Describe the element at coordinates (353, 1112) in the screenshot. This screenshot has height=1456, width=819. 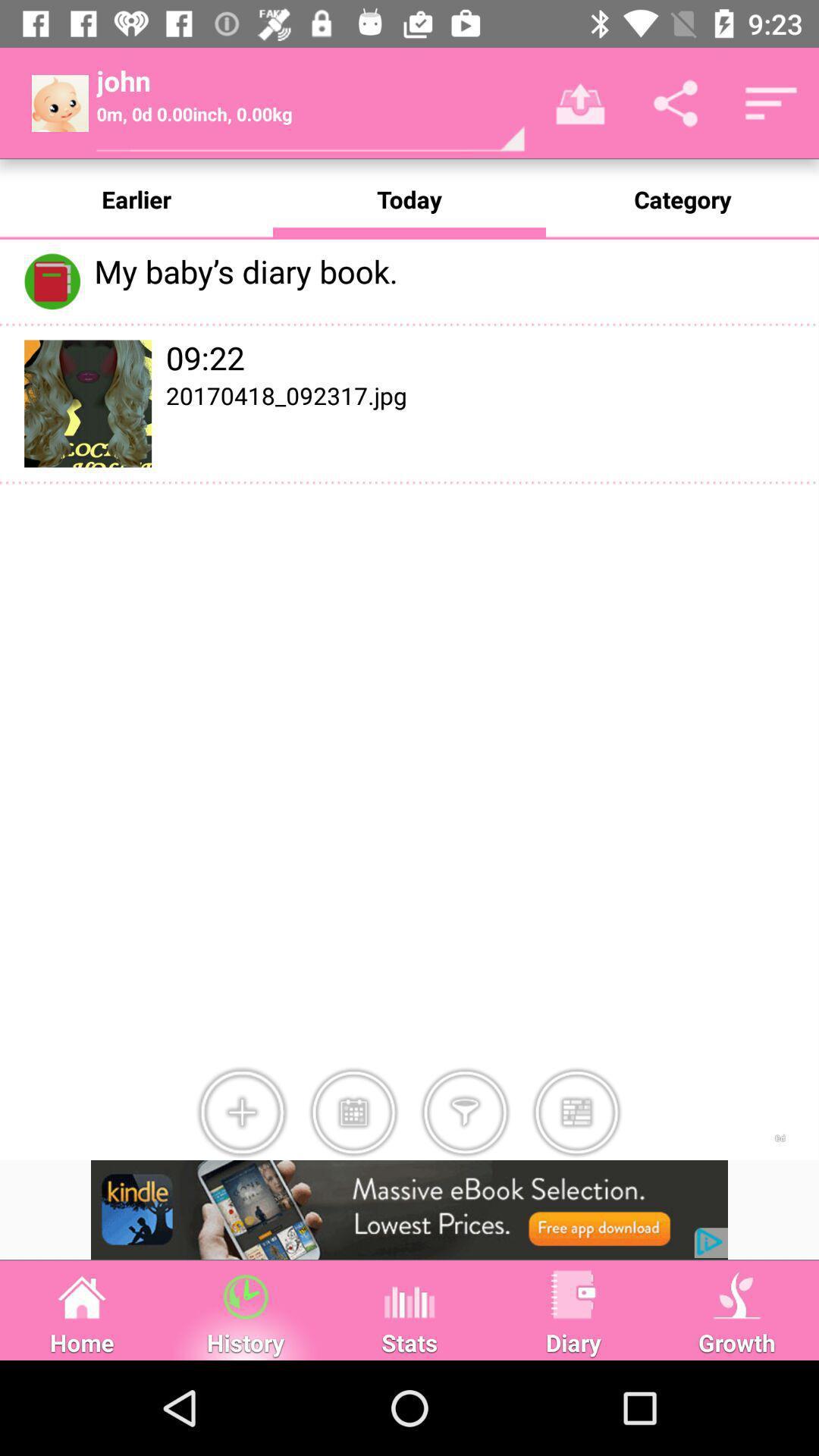
I see `calendar` at that location.